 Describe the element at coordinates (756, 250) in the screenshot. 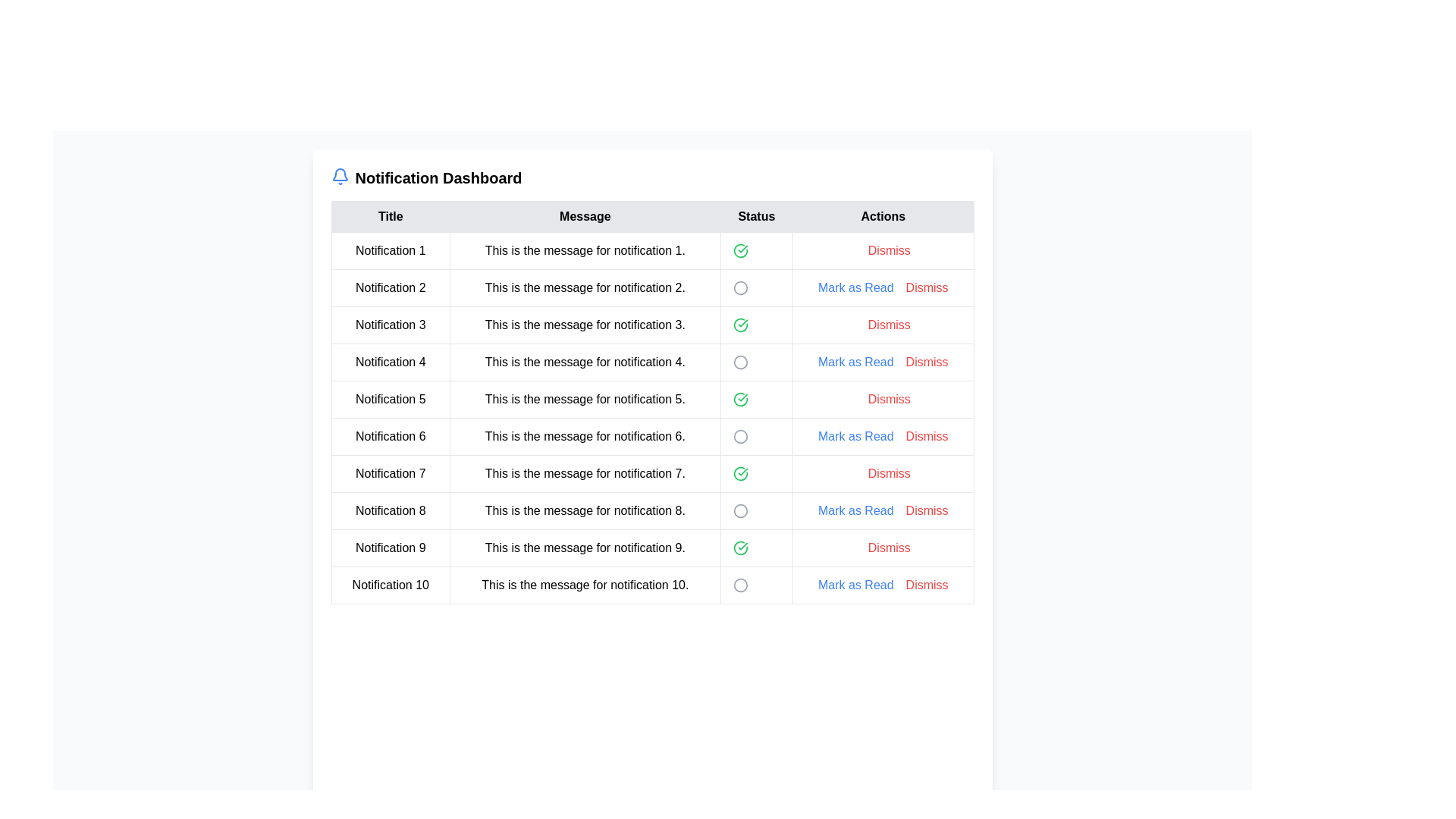

I see `icon styling of the Status Indicator, which is a rectangular segment with a green checkmark icon located in the Status column of the notification table for 'Notification 1'` at that location.